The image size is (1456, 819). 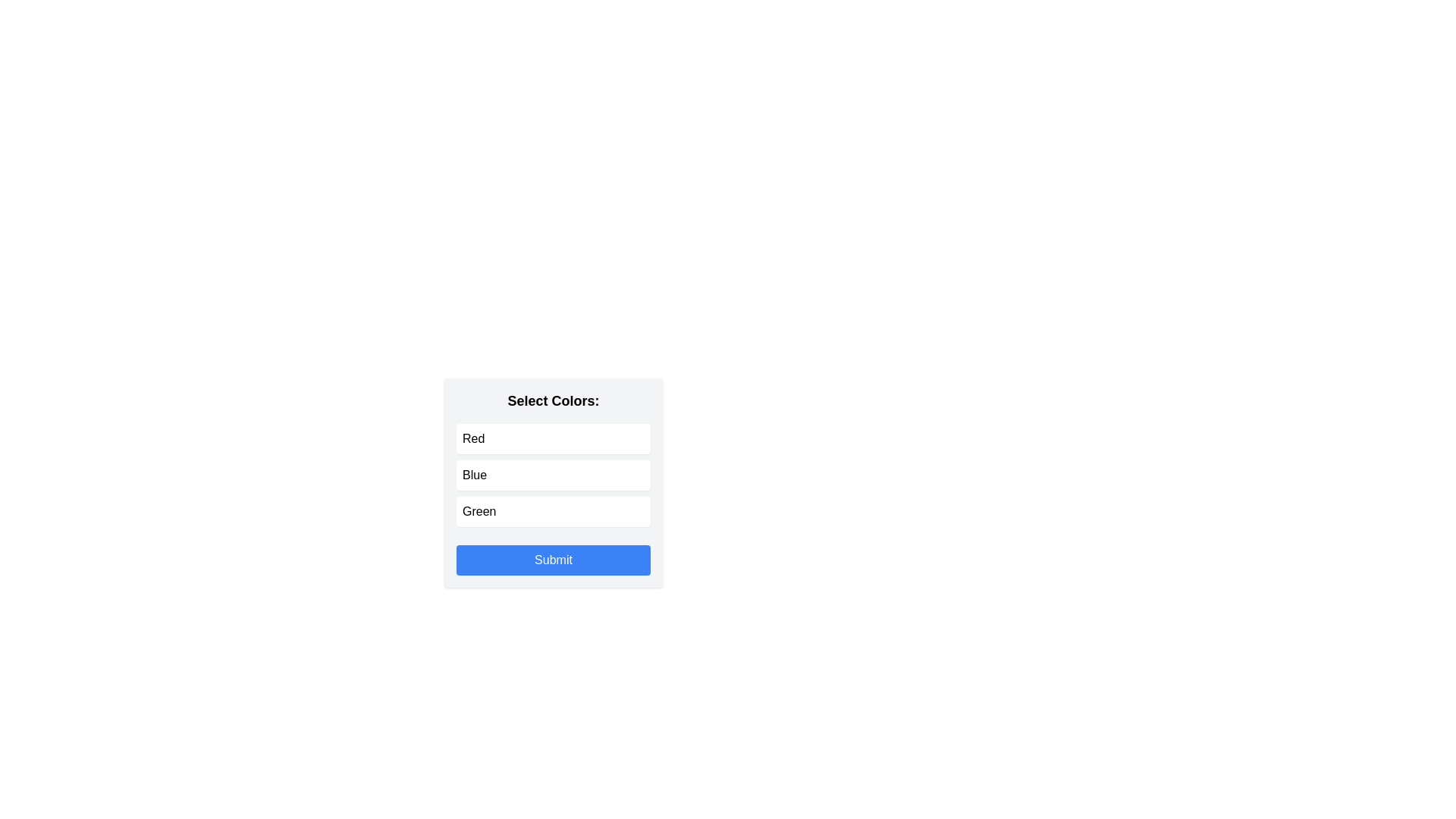 What do you see at coordinates (479, 512) in the screenshot?
I see `the text label reading 'Green' positioned below 'Blue' and above the 'Submit' button in the color selection interface` at bounding box center [479, 512].